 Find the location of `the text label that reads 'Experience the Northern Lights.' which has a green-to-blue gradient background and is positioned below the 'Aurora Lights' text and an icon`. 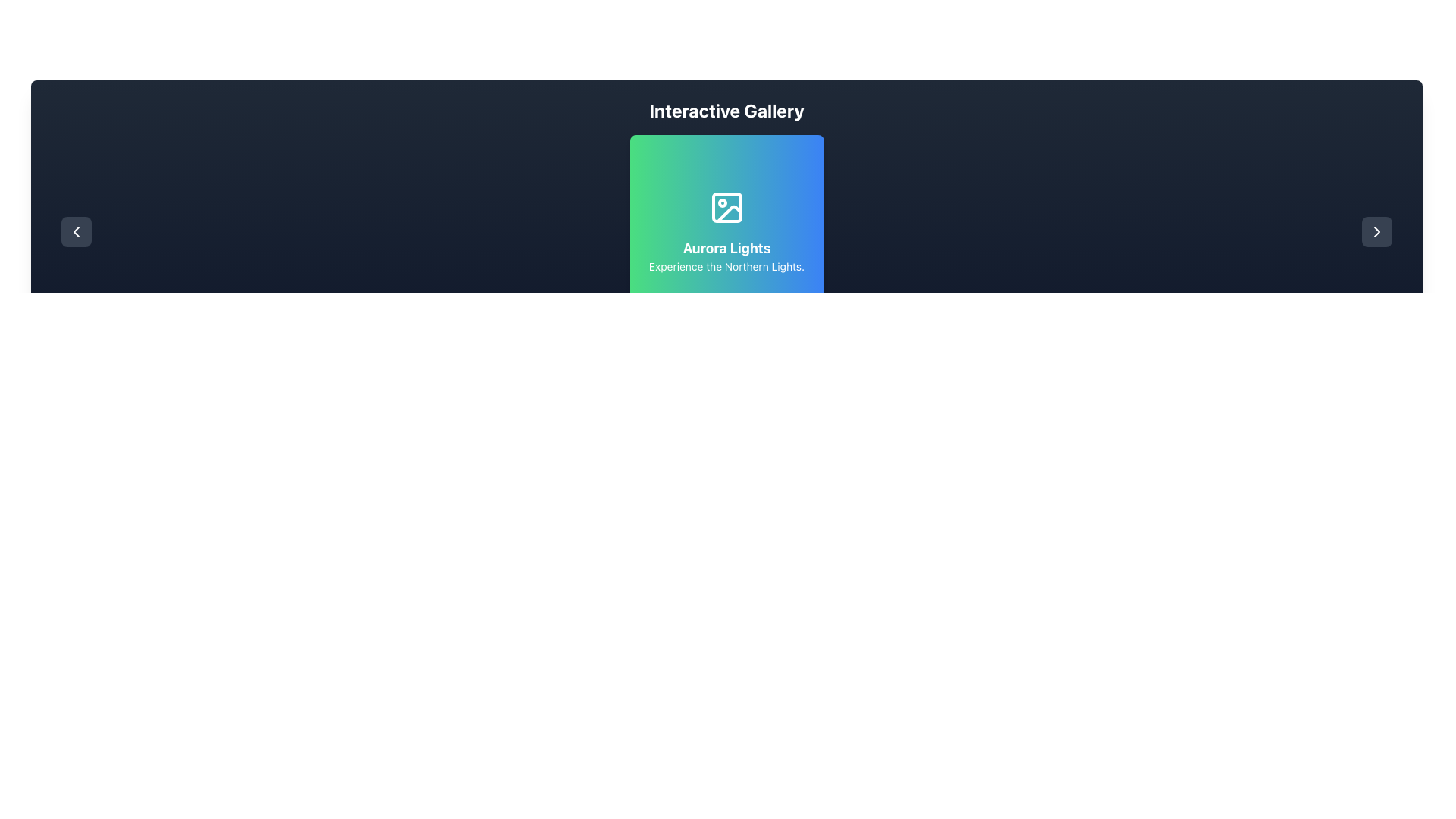

the text label that reads 'Experience the Northern Lights.' which has a green-to-blue gradient background and is positioned below the 'Aurora Lights' text and an icon is located at coordinates (726, 265).